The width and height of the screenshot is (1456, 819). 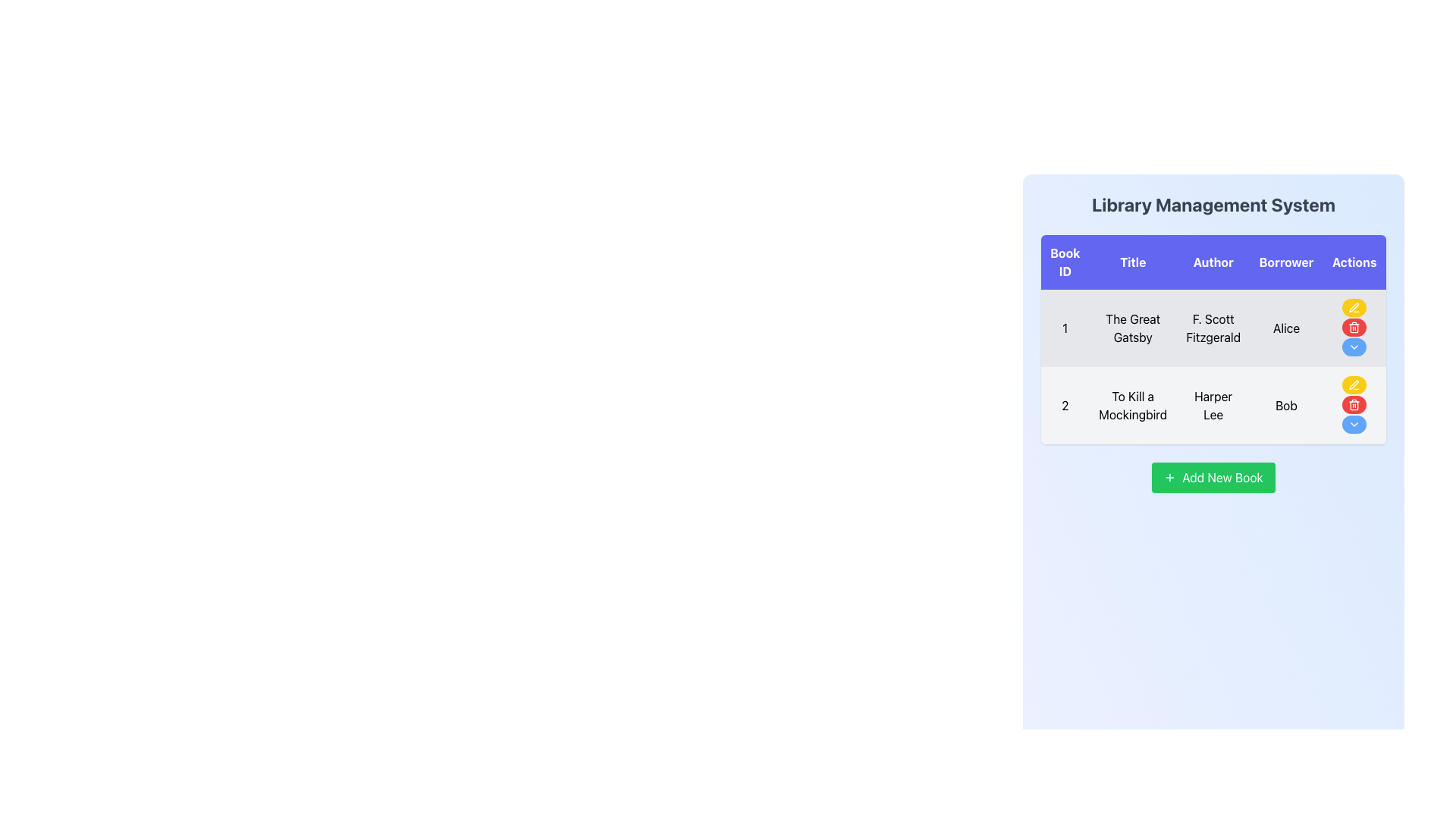 What do you see at coordinates (1213, 405) in the screenshot?
I see `the Text Label displaying the author's name for the book 'To Kill a Mockingbird', located in the third column of the second row under the 'Author' heading` at bounding box center [1213, 405].